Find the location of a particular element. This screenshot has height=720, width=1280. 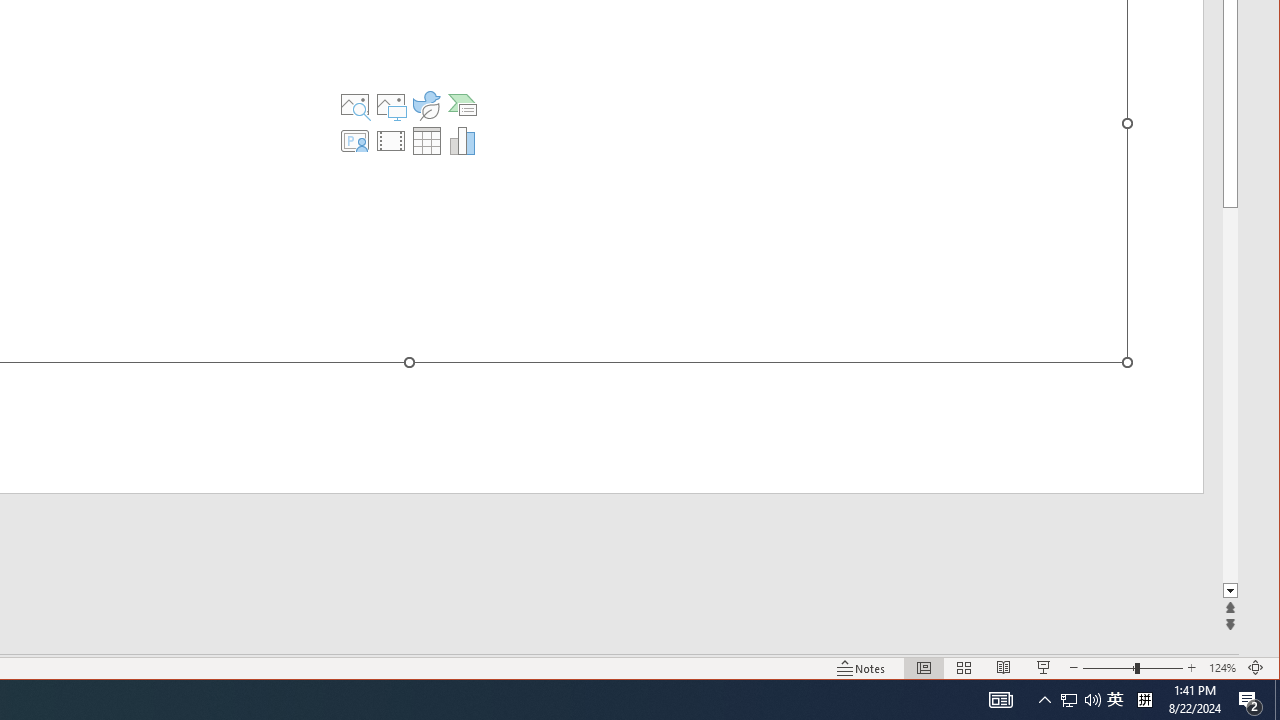

'Insert Chart' is located at coordinates (461, 140).